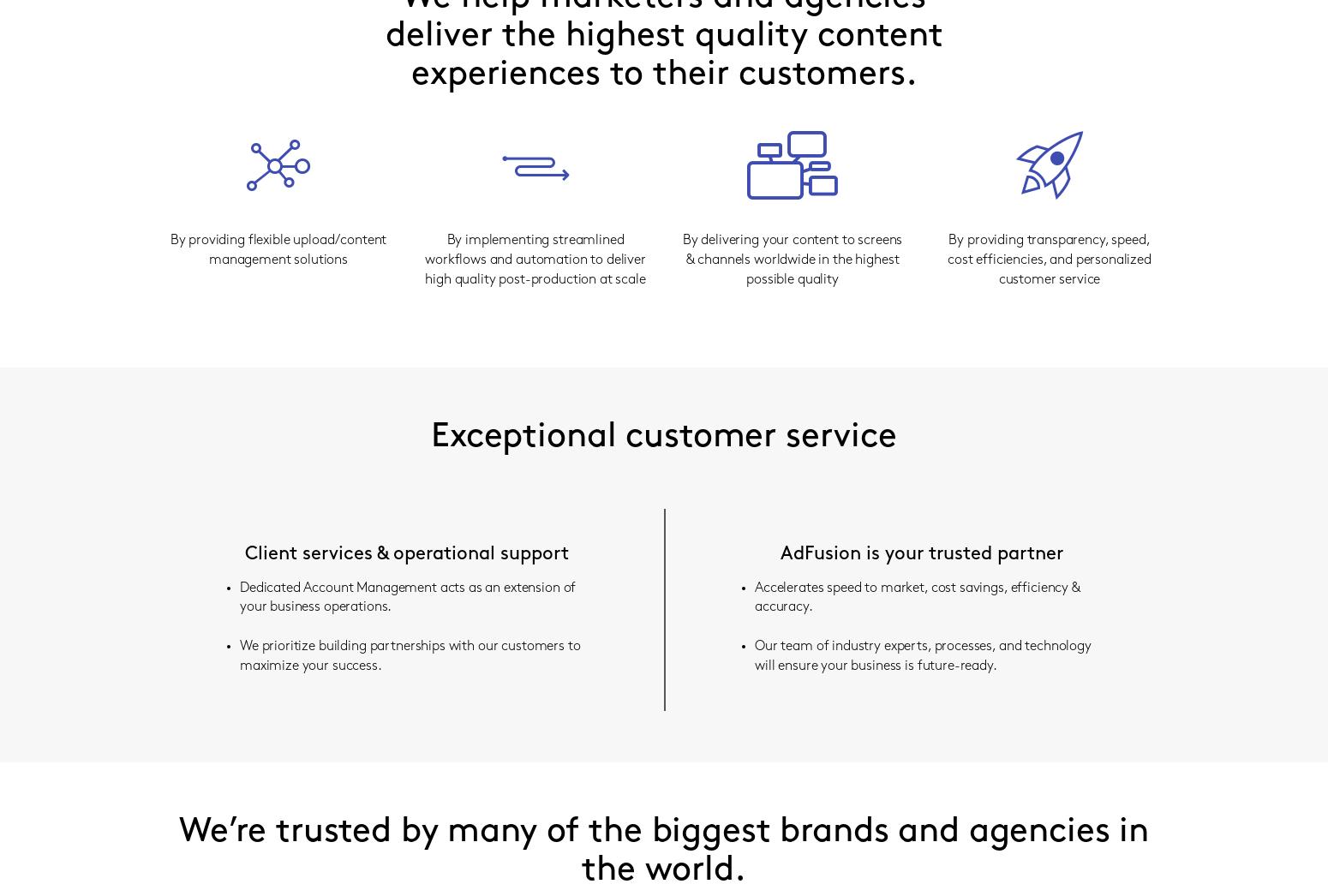 This screenshot has height=896, width=1328. What do you see at coordinates (651, 439) in the screenshot?
I see `'Contact Us'` at bounding box center [651, 439].